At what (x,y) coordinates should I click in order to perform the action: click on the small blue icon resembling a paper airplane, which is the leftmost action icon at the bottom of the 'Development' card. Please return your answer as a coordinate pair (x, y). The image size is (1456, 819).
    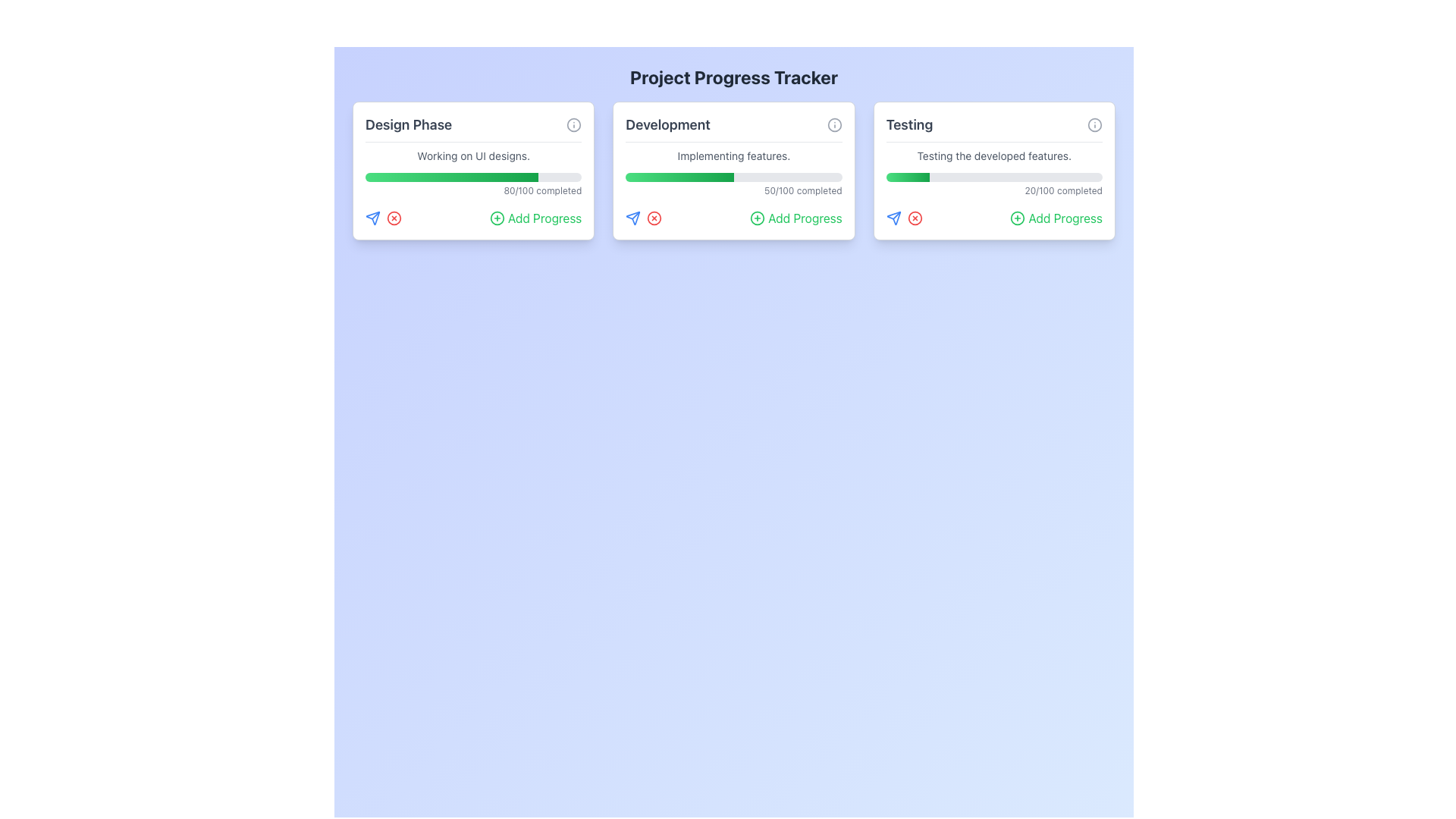
    Looking at the image, I should click on (372, 218).